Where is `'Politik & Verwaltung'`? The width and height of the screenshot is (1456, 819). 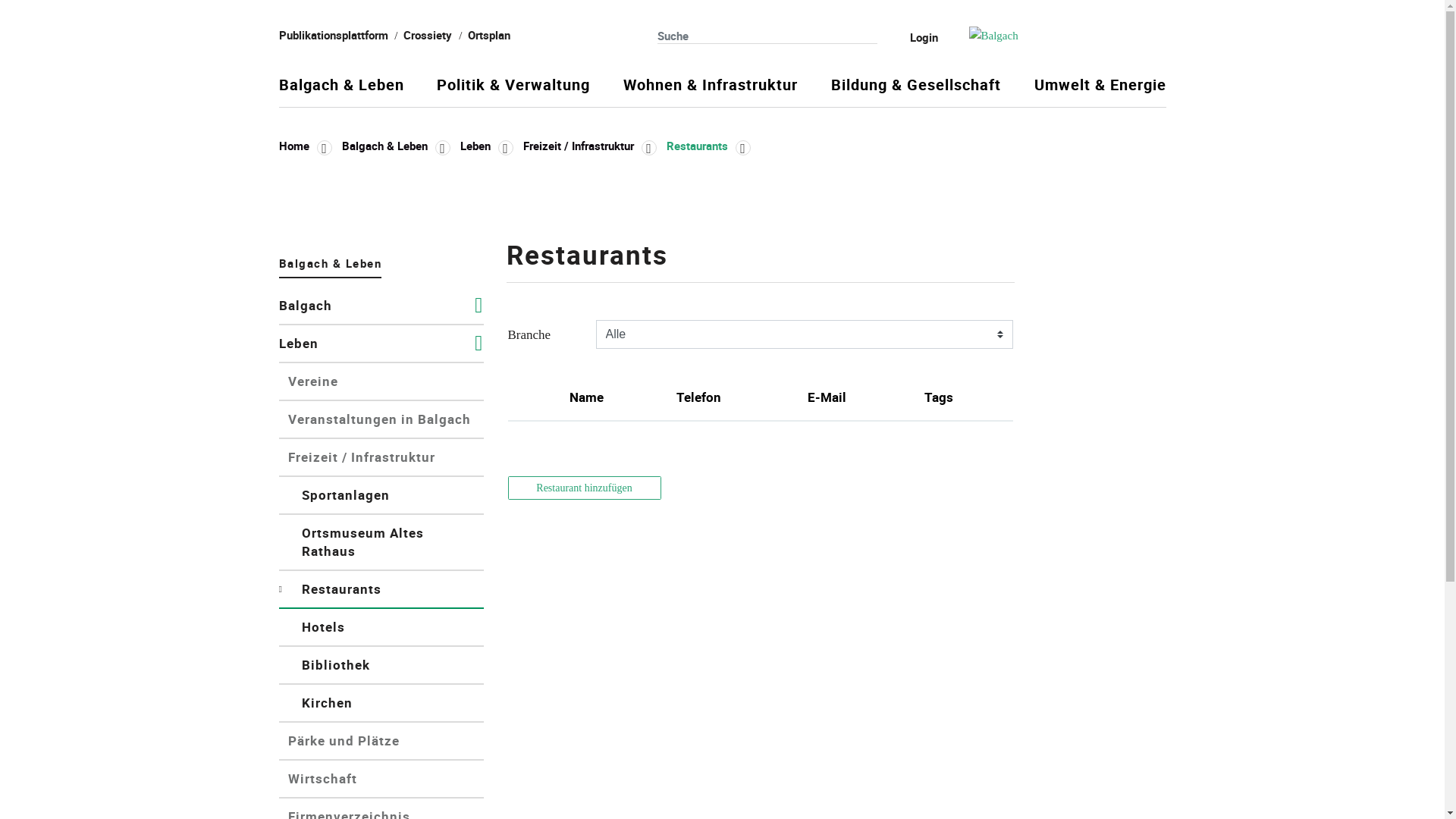
'Politik & Verwaltung' is located at coordinates (513, 91).